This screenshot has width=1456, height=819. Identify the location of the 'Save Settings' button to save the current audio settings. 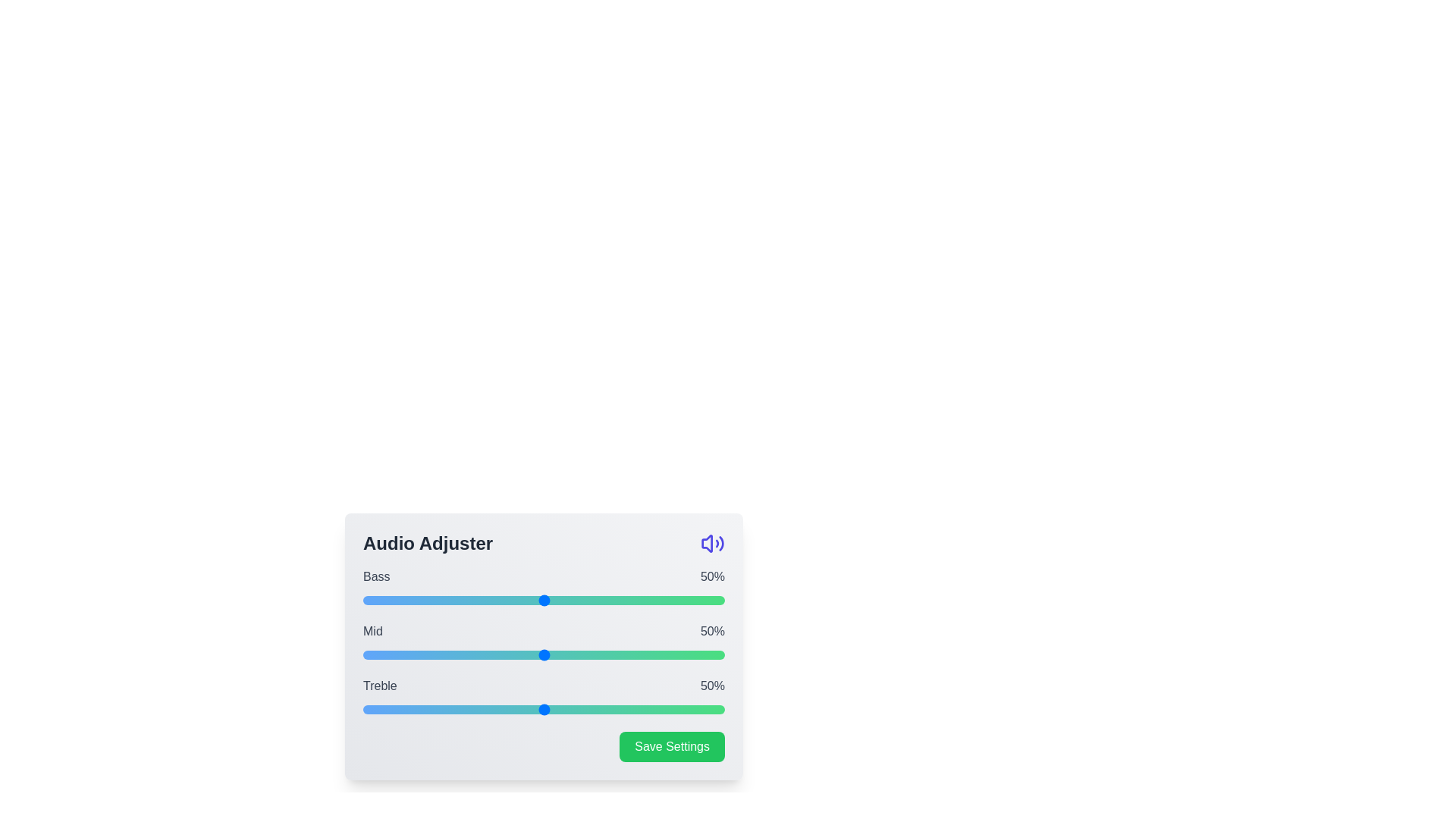
(671, 745).